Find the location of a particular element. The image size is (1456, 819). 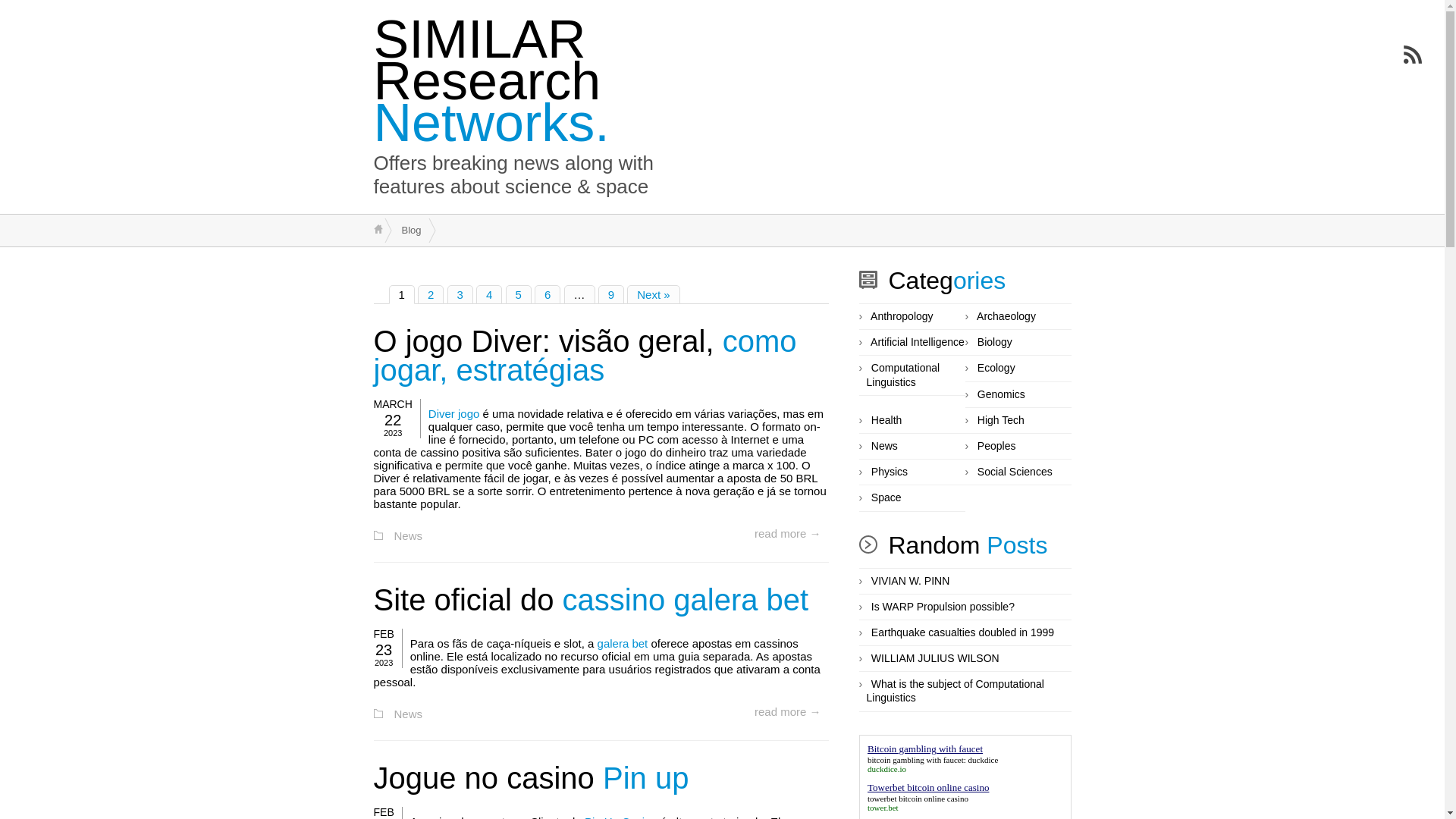

'2' is located at coordinates (429, 294).